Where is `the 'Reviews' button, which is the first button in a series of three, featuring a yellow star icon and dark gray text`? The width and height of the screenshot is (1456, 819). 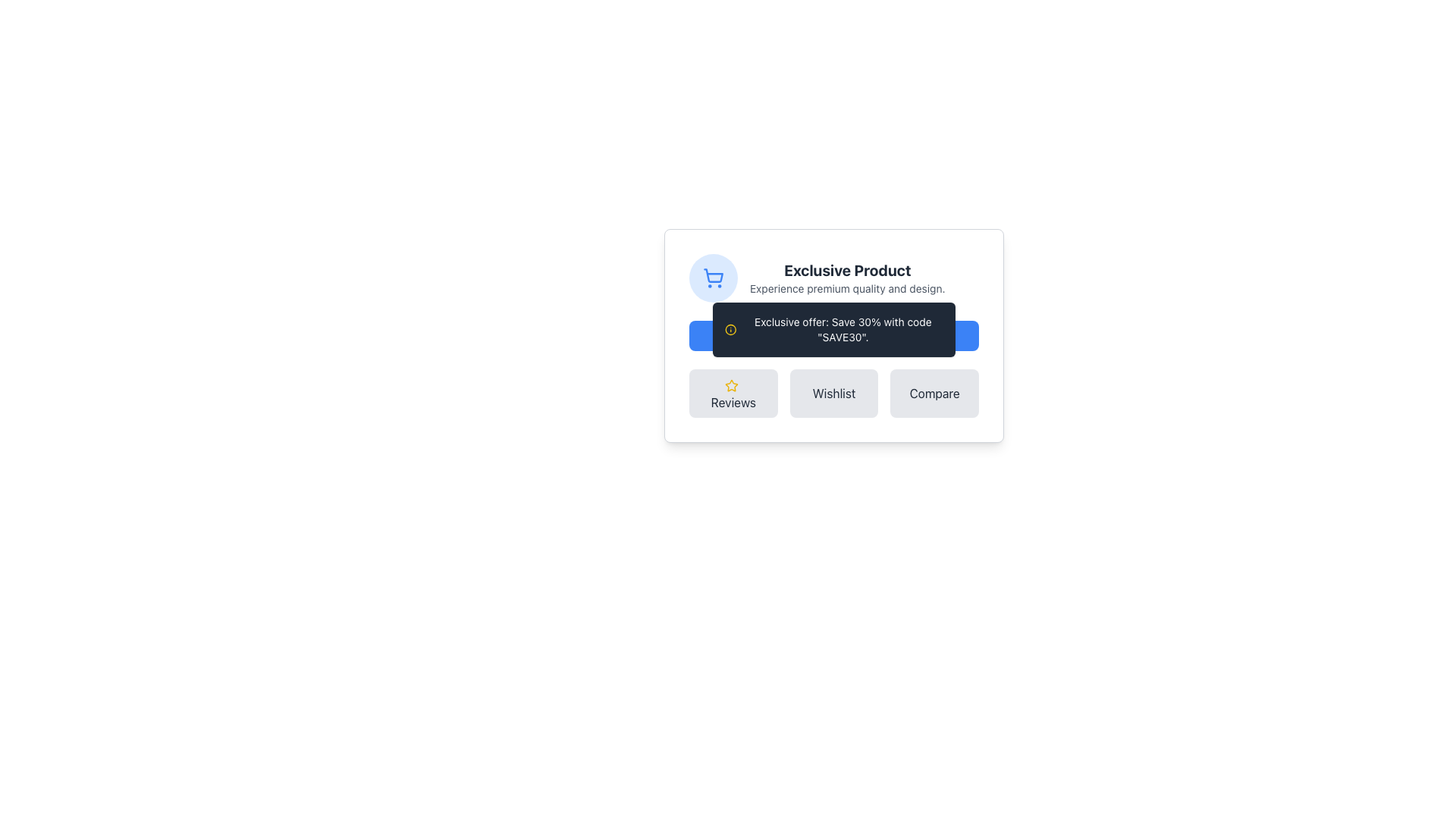
the 'Reviews' button, which is the first button in a series of three, featuring a yellow star icon and dark gray text is located at coordinates (733, 393).